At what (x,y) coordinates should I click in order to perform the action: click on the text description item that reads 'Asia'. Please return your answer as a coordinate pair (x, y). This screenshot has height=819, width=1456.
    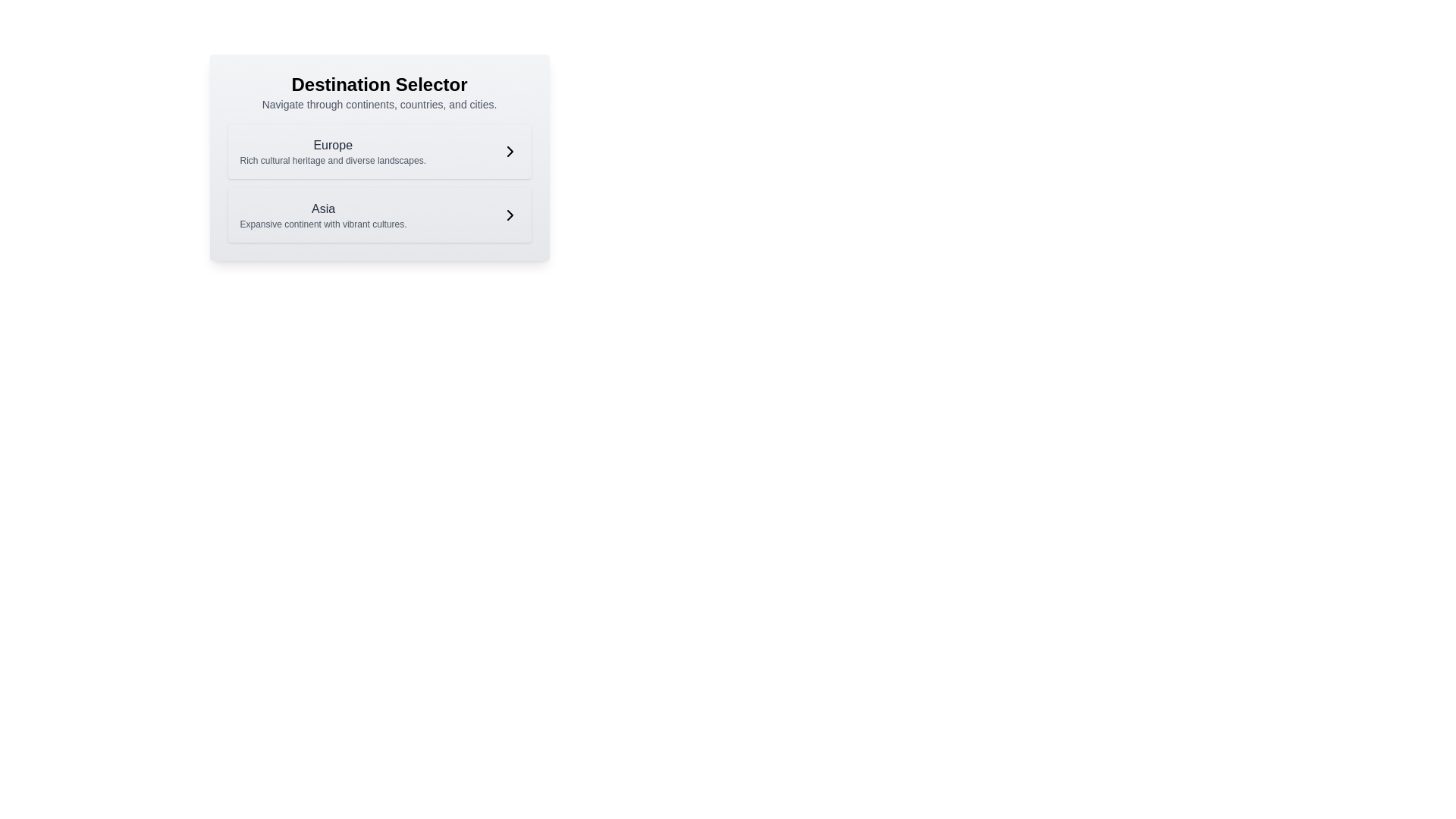
    Looking at the image, I should click on (322, 215).